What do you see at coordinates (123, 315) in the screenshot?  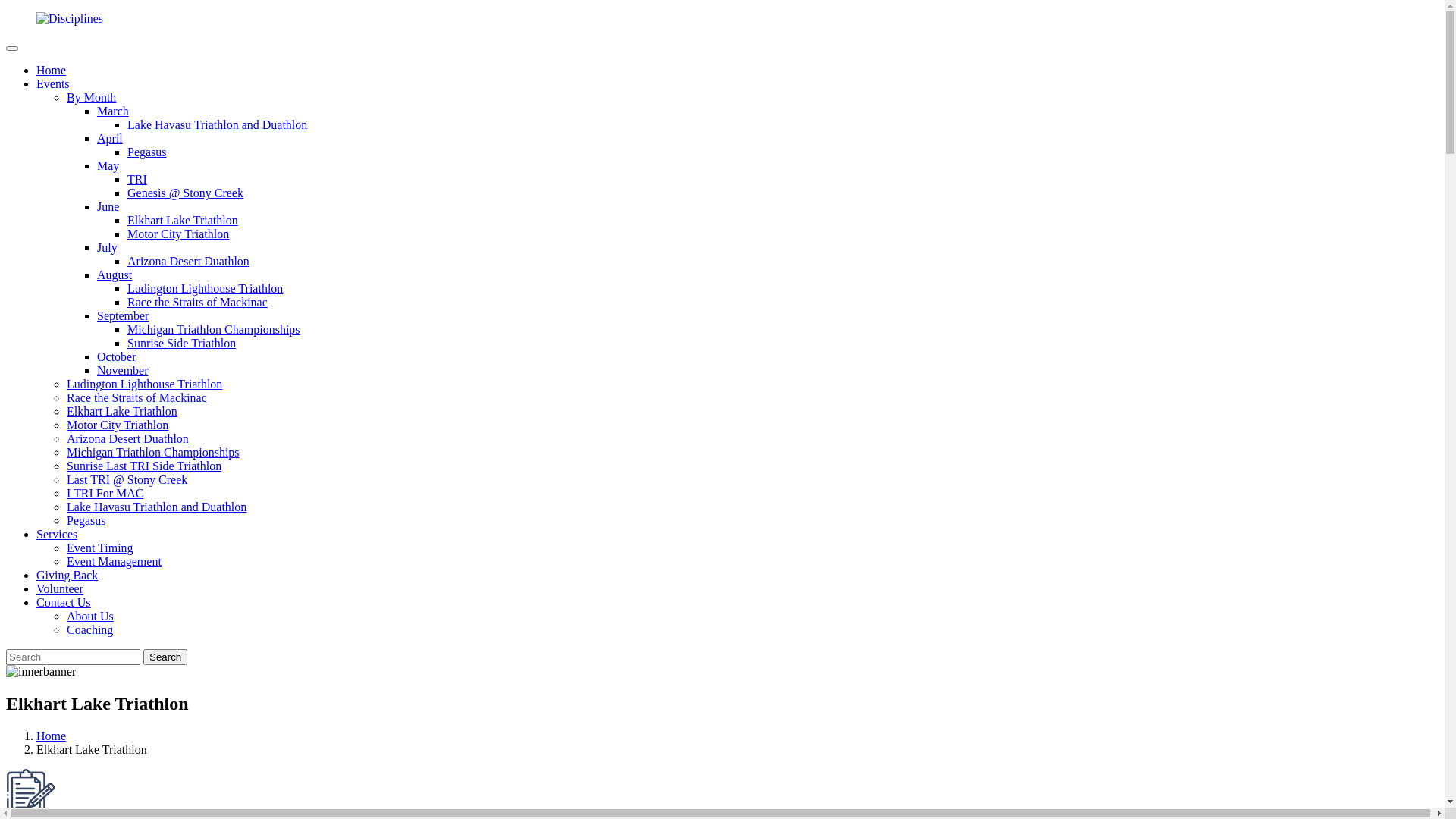 I see `'September'` at bounding box center [123, 315].